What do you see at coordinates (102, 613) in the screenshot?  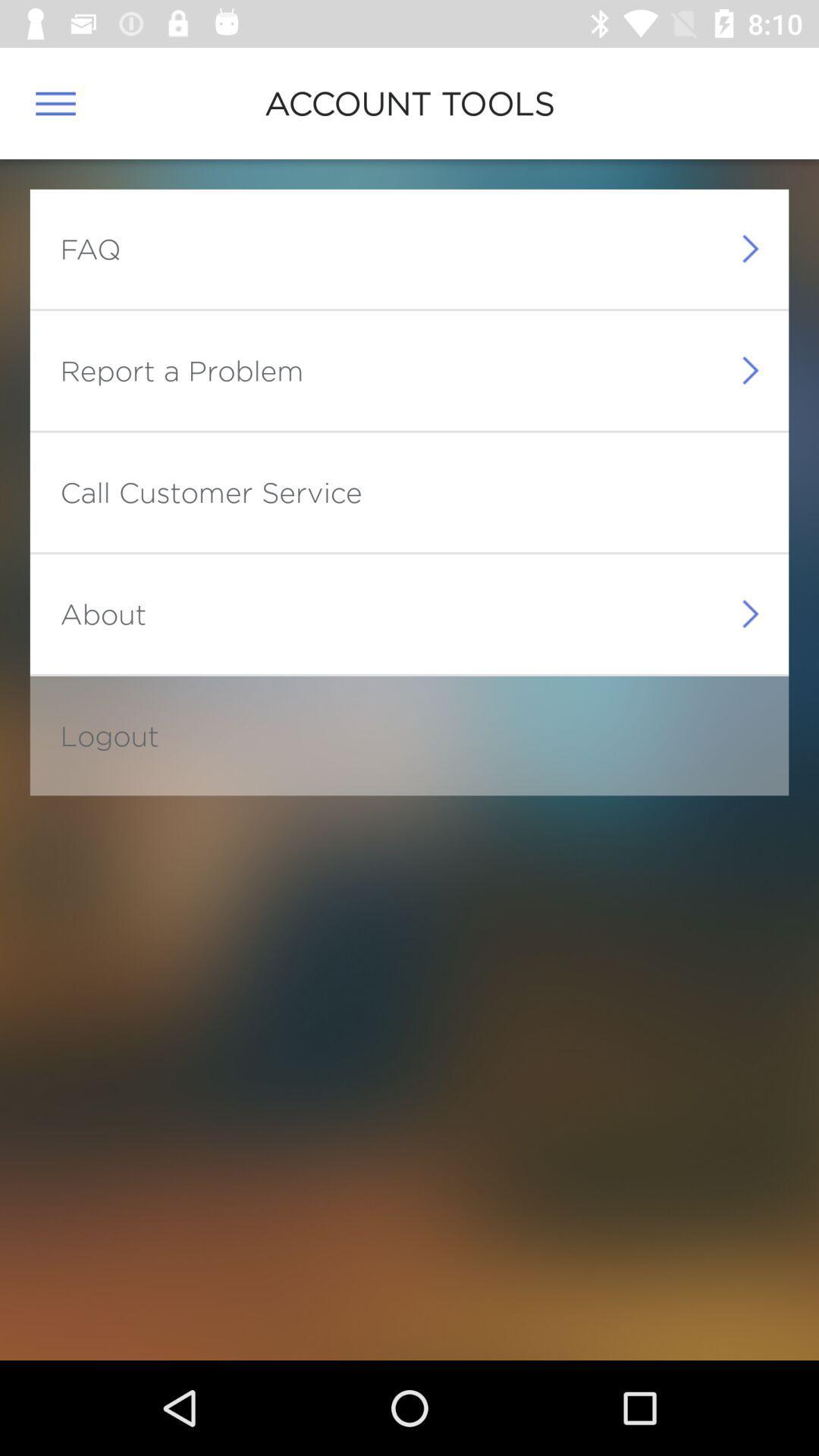 I see `the about app` at bounding box center [102, 613].